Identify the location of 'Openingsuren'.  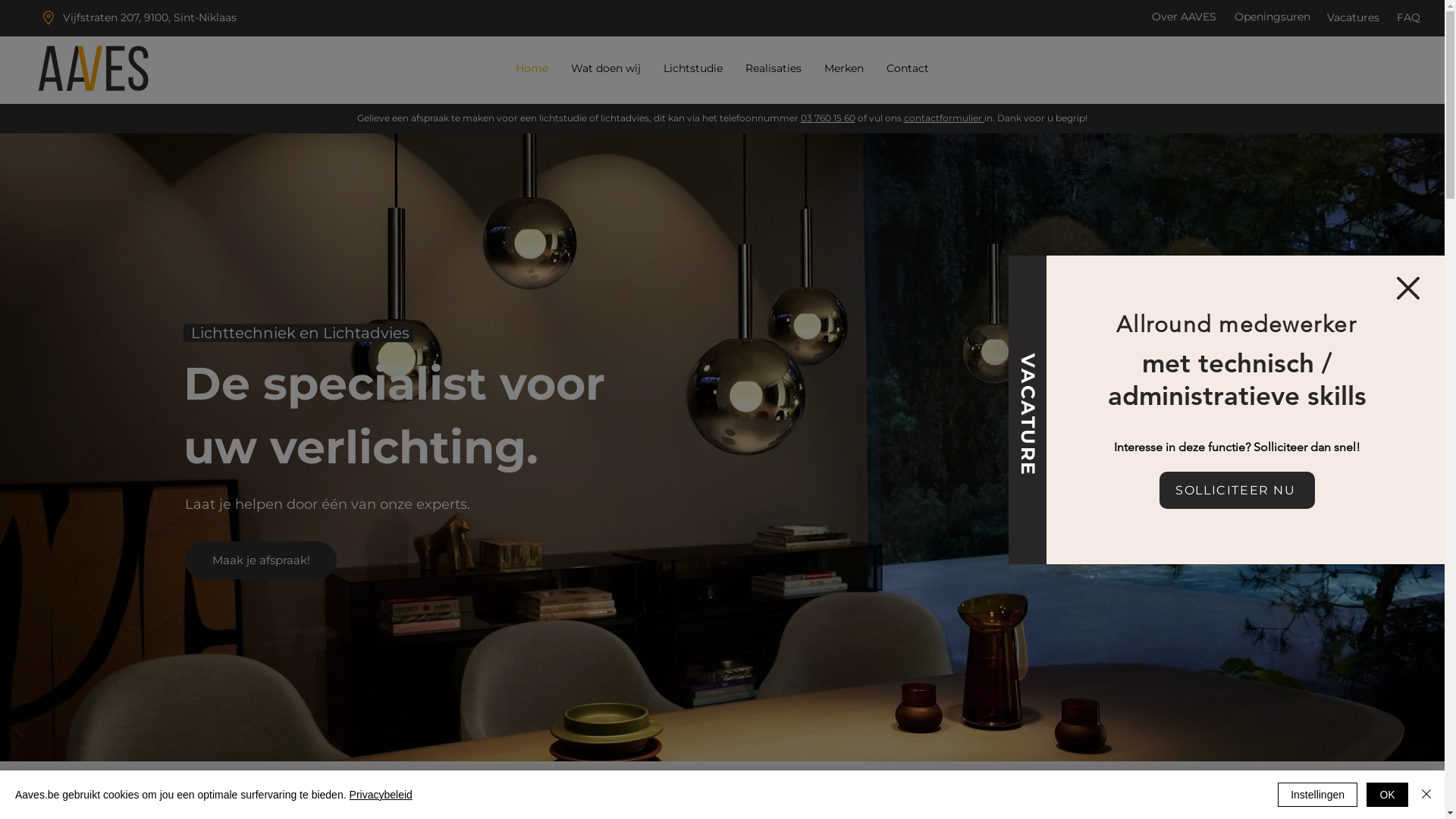
(1272, 17).